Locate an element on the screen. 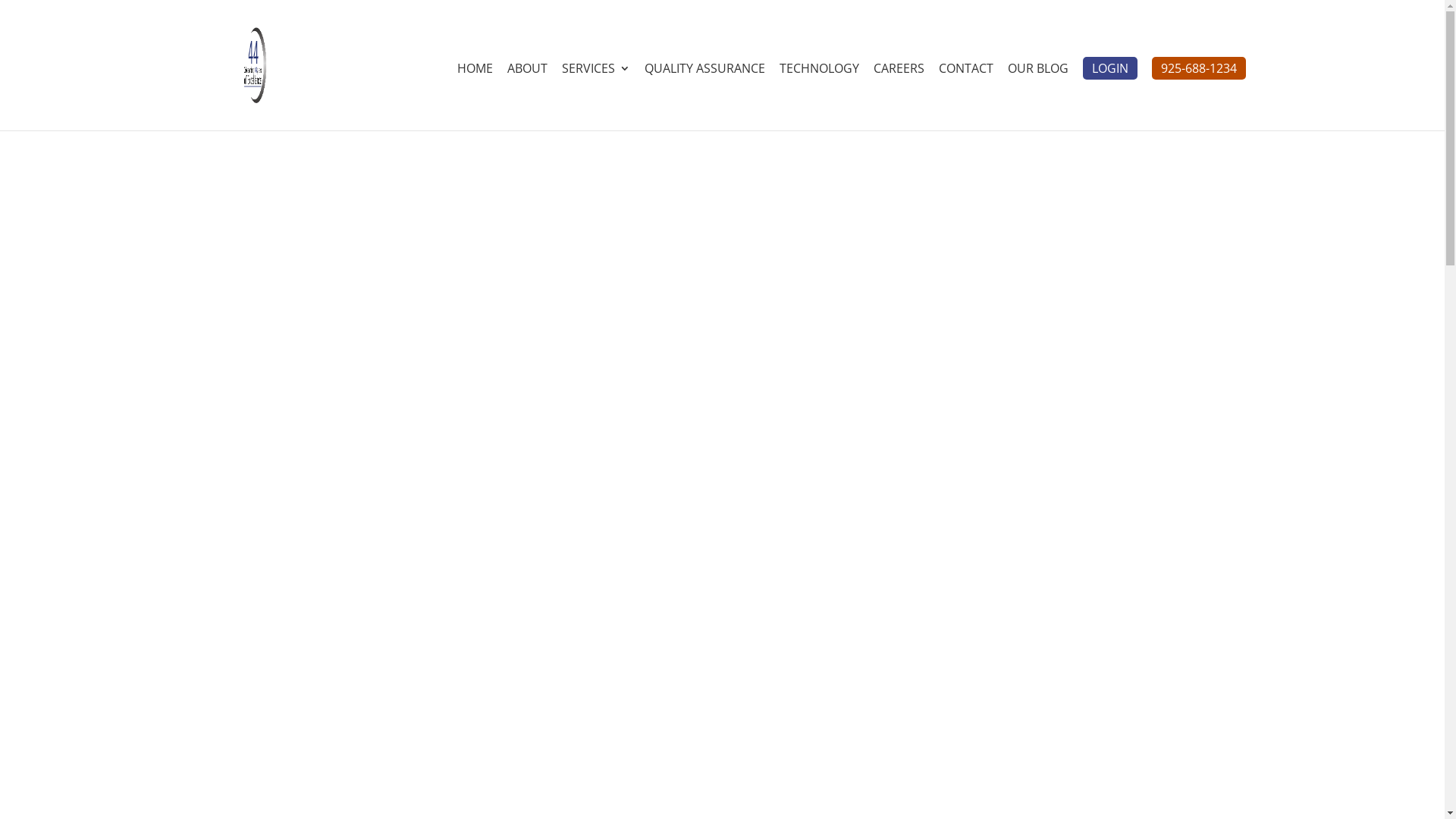 The height and width of the screenshot is (819, 1456). 'CONTACT' is located at coordinates (965, 96).